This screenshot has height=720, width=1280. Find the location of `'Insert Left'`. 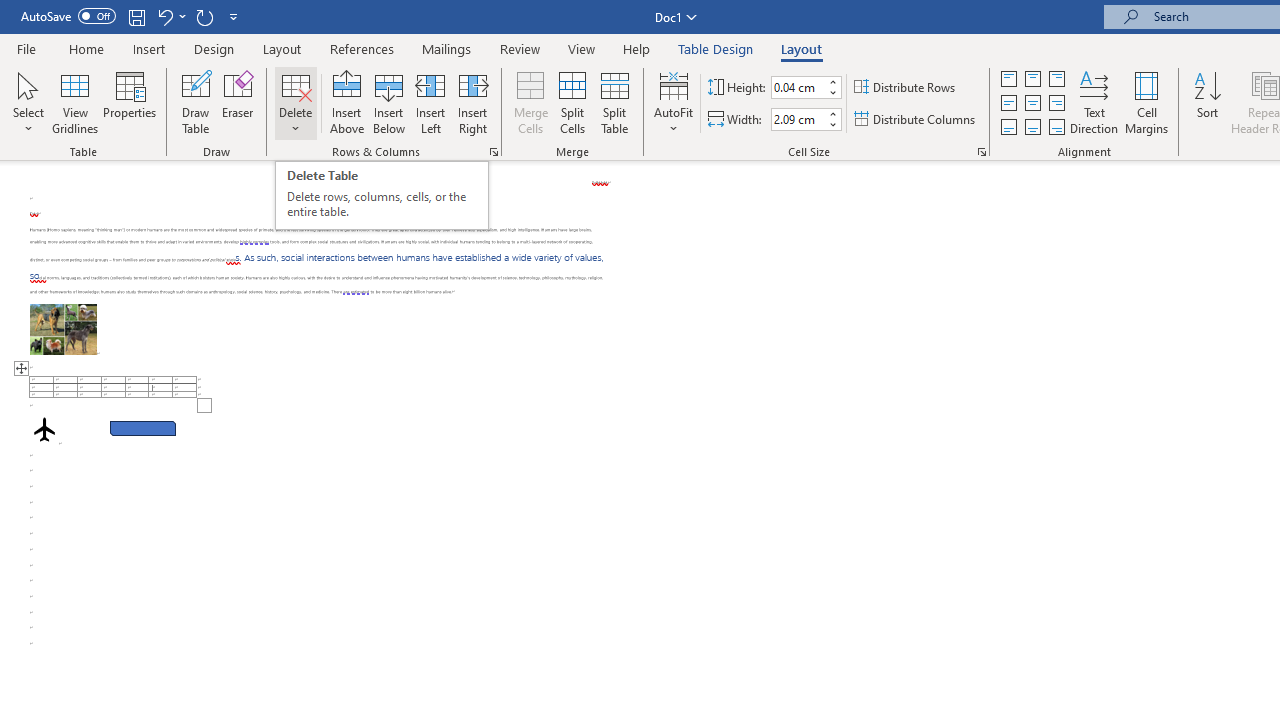

'Insert Left' is located at coordinates (429, 103).